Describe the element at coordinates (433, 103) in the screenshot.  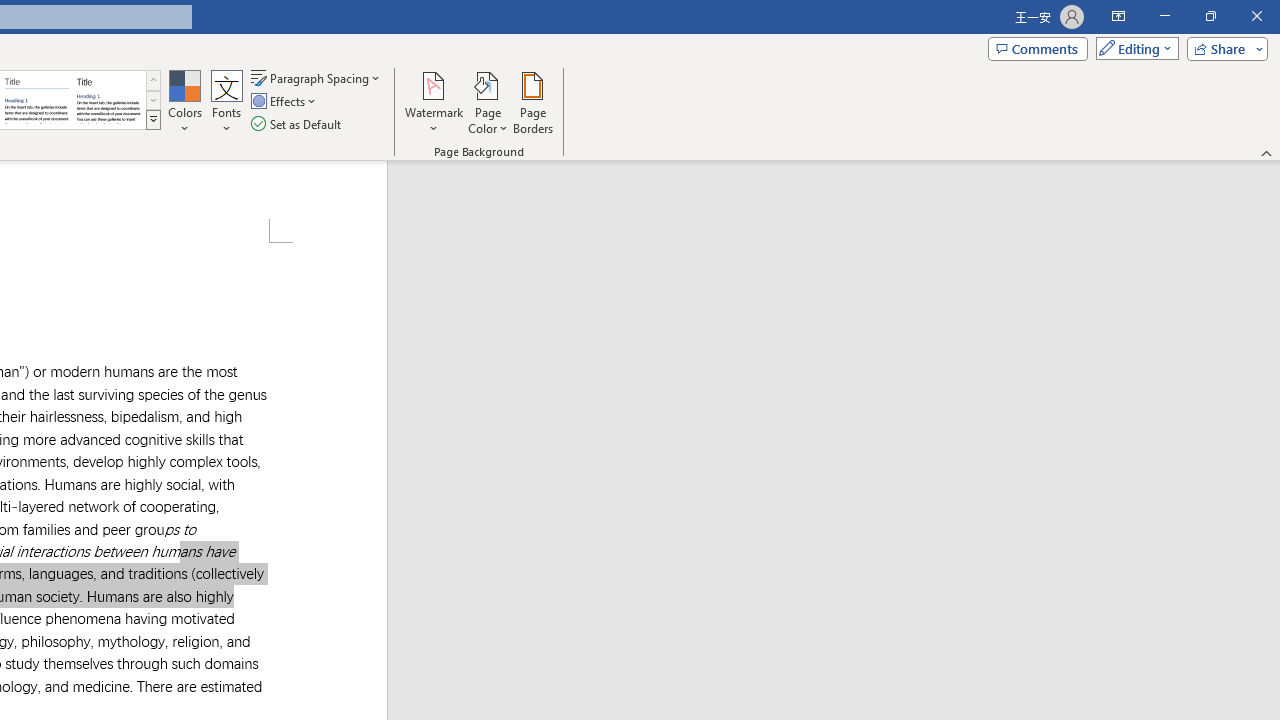
I see `'Watermark'` at that location.